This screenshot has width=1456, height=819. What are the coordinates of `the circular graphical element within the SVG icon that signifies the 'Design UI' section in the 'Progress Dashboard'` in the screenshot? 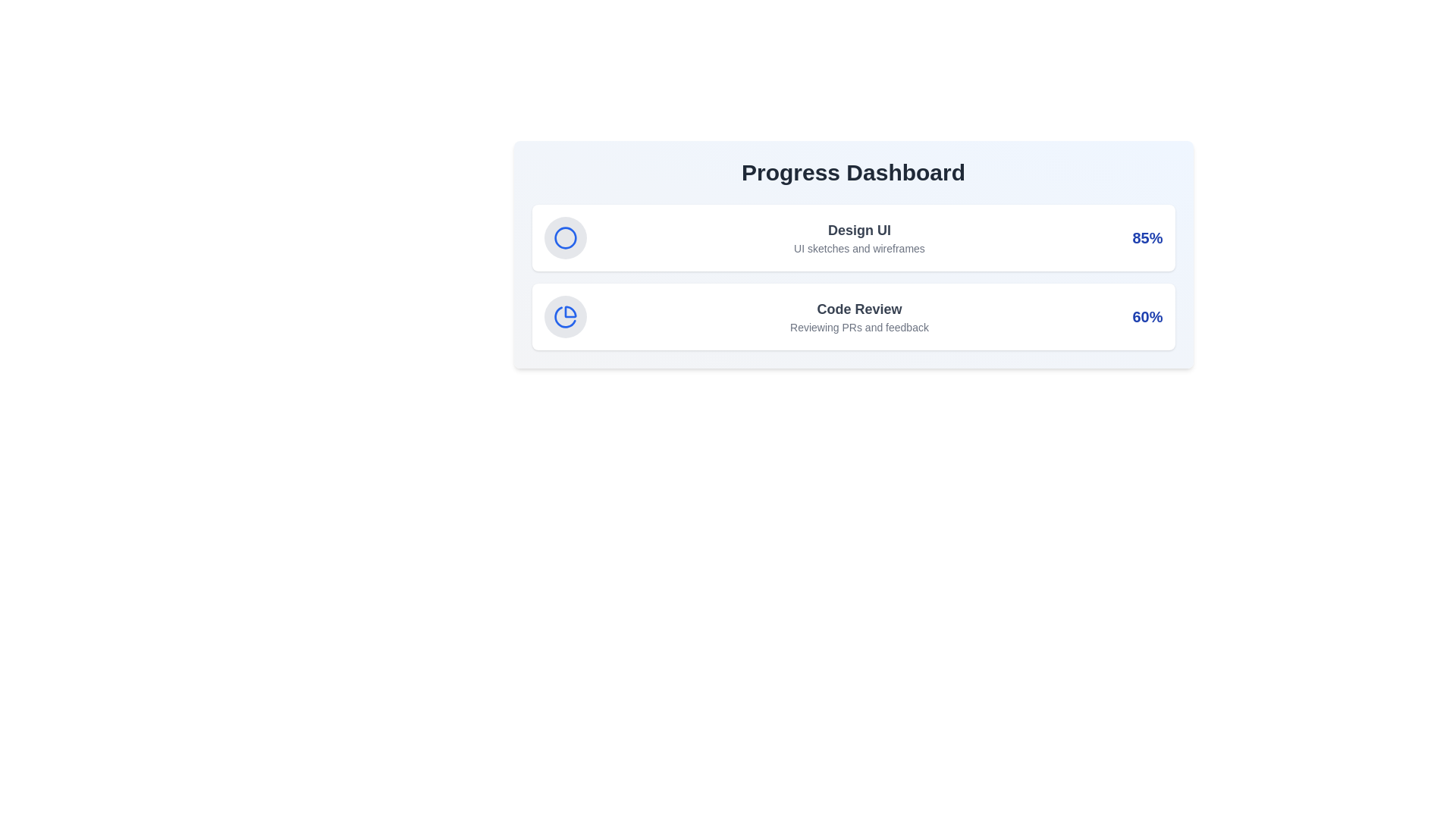 It's located at (564, 237).